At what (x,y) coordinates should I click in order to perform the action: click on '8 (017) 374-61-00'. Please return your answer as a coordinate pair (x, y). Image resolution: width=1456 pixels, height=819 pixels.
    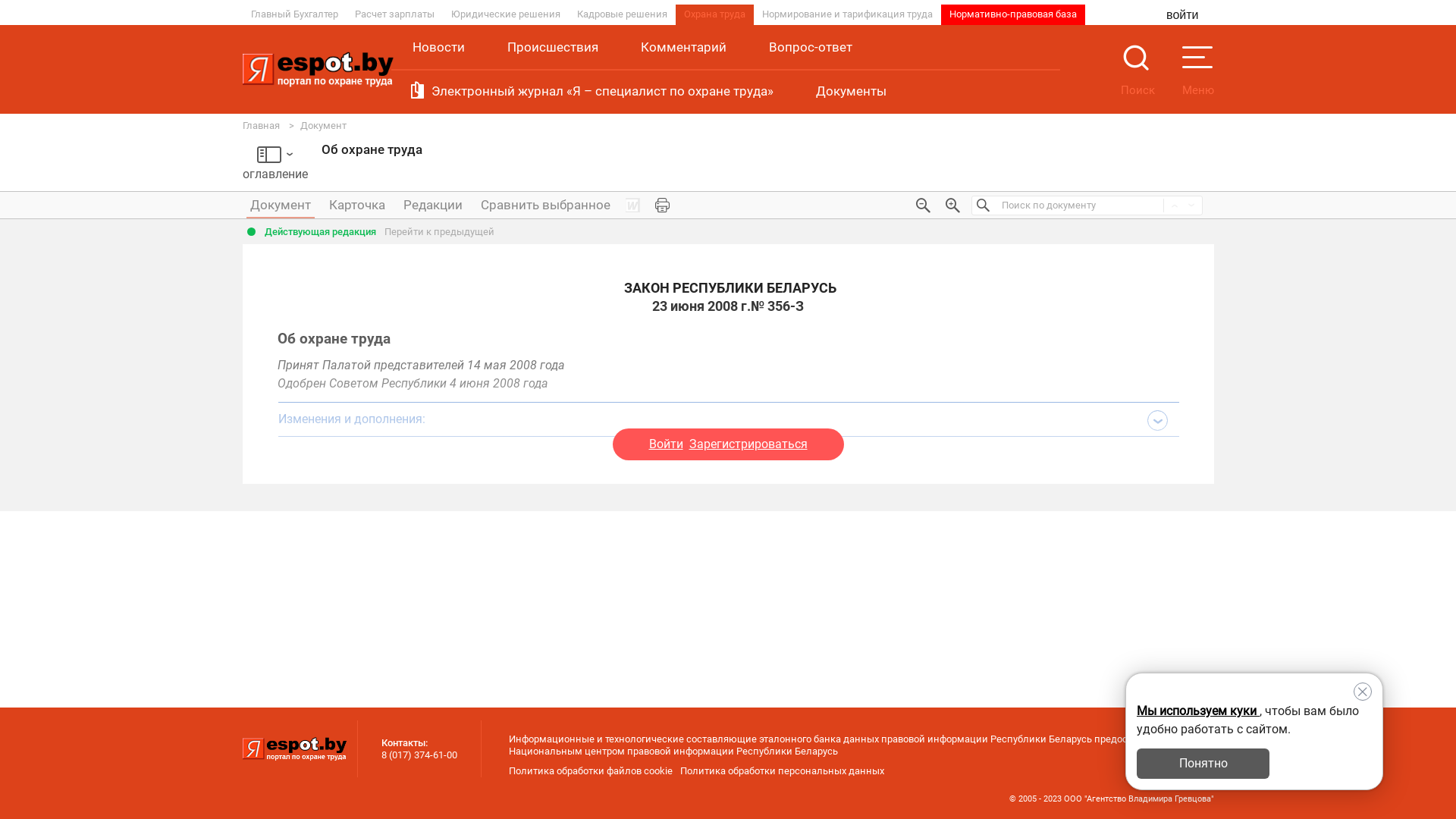
    Looking at the image, I should click on (419, 755).